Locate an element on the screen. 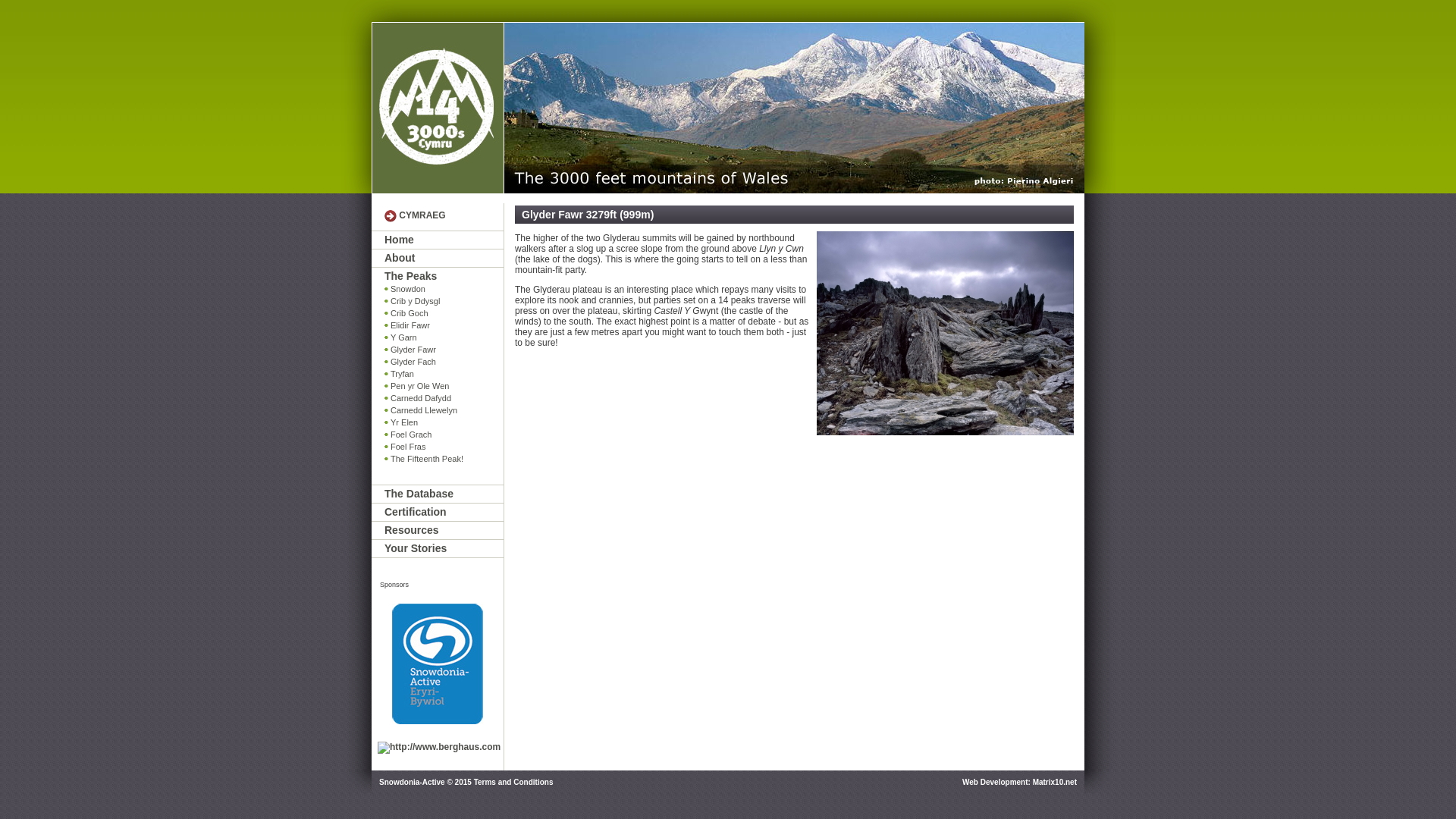 This screenshot has width=1456, height=819. 'About' is located at coordinates (443, 257).